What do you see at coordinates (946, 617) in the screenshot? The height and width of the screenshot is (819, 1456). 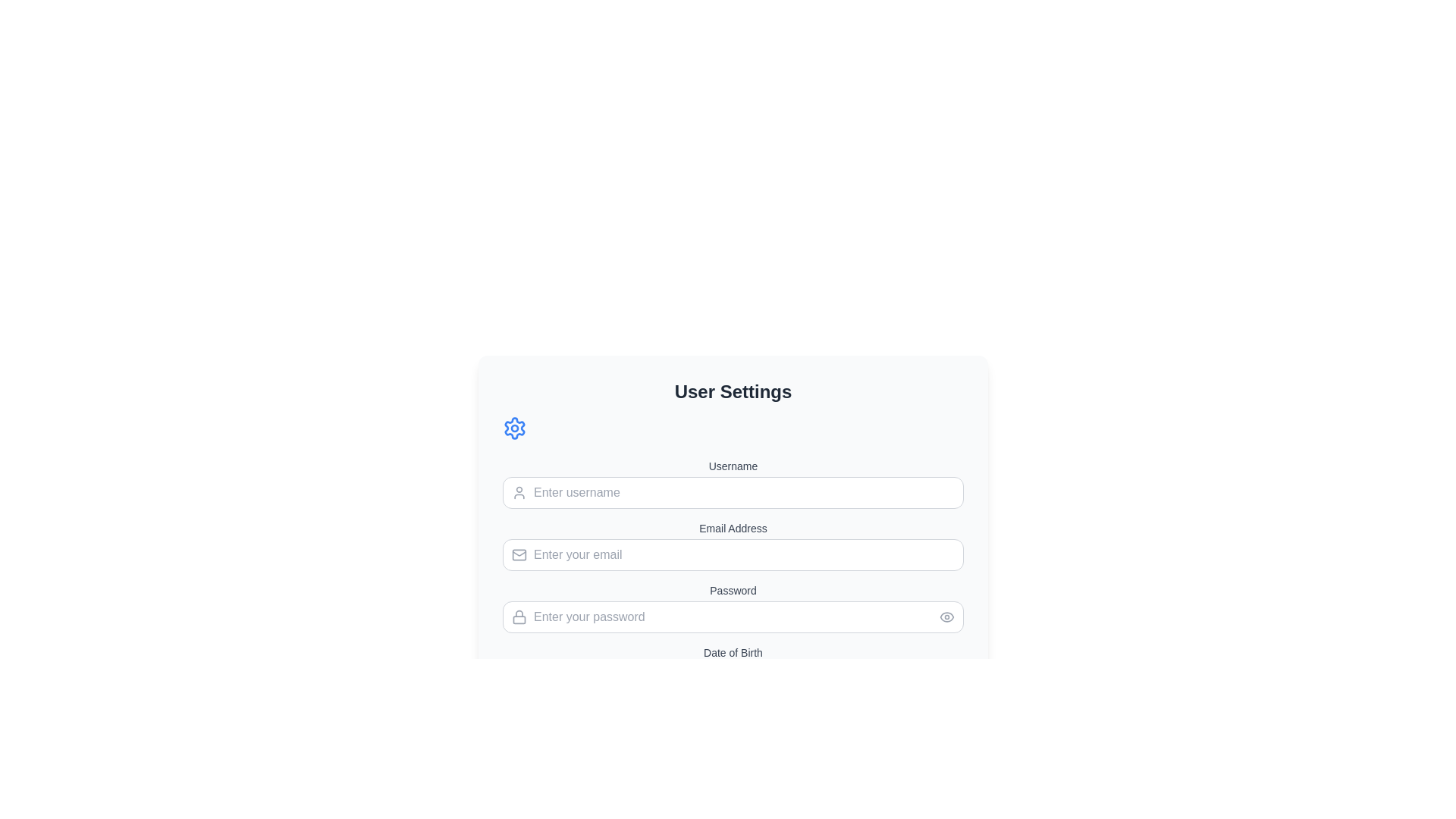 I see `the first component of the eye icon located to the right of the 'Password' input field in the 'User Settings' form` at bounding box center [946, 617].